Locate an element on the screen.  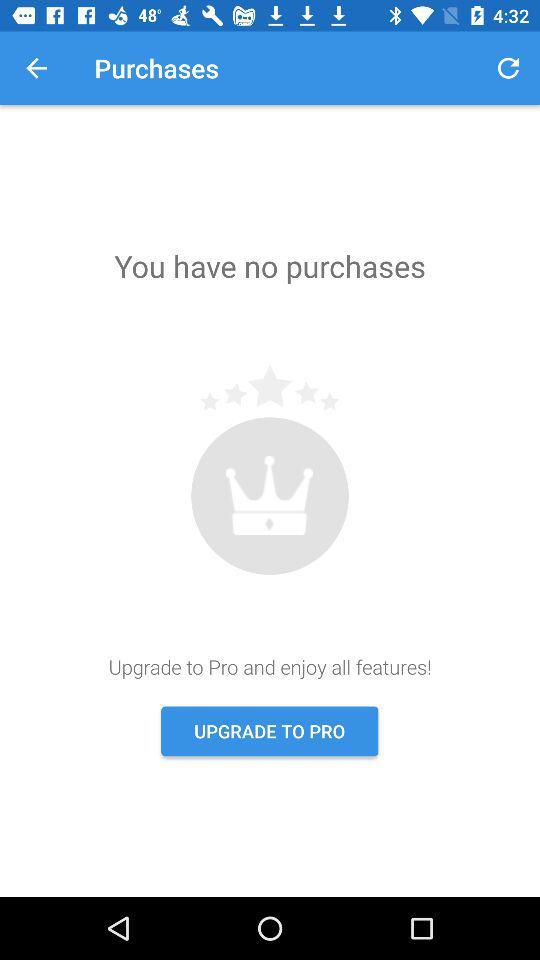
the item at the top right corner is located at coordinates (508, 68).